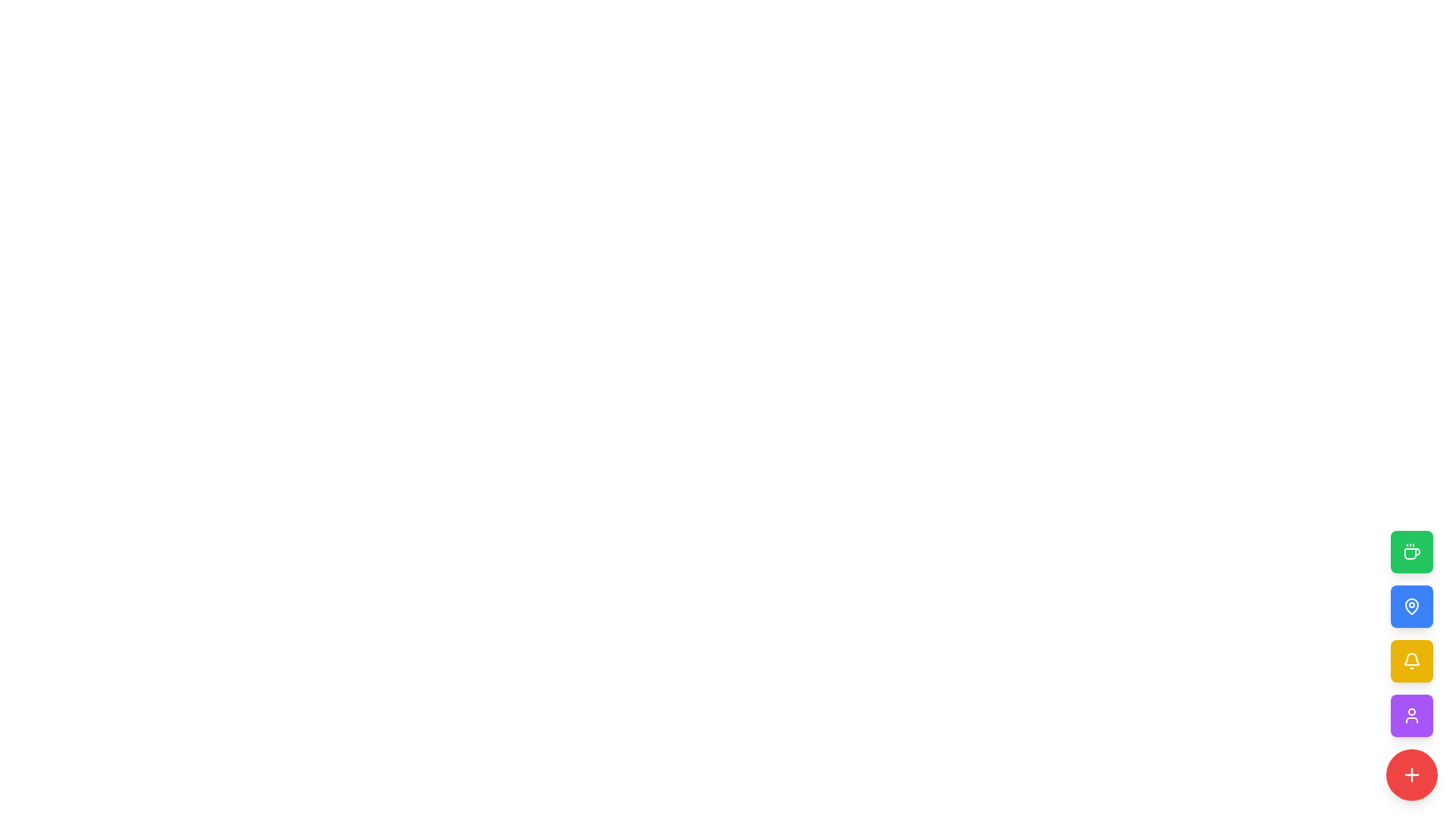 This screenshot has height=819, width=1456. What do you see at coordinates (1411, 605) in the screenshot?
I see `the blue rounded button with a white pin icon located below the green coffee cup button and above the yellow bell button` at bounding box center [1411, 605].